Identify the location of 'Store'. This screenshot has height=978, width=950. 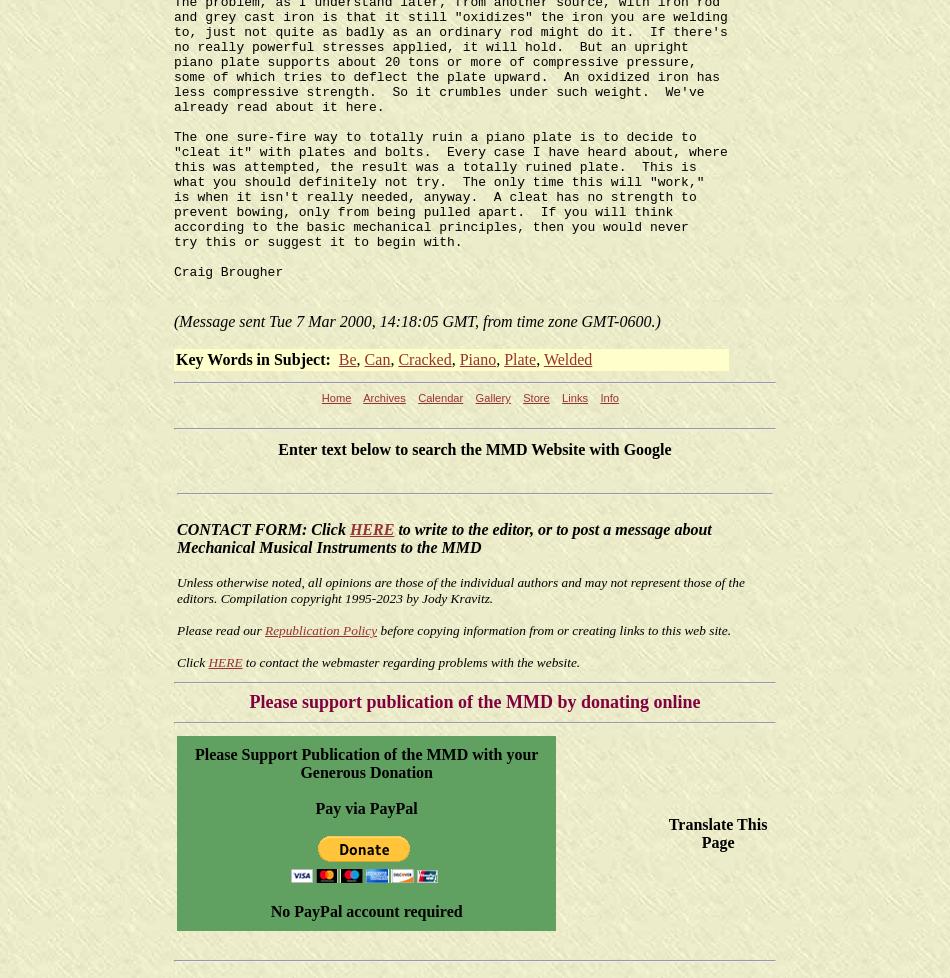
(535, 397).